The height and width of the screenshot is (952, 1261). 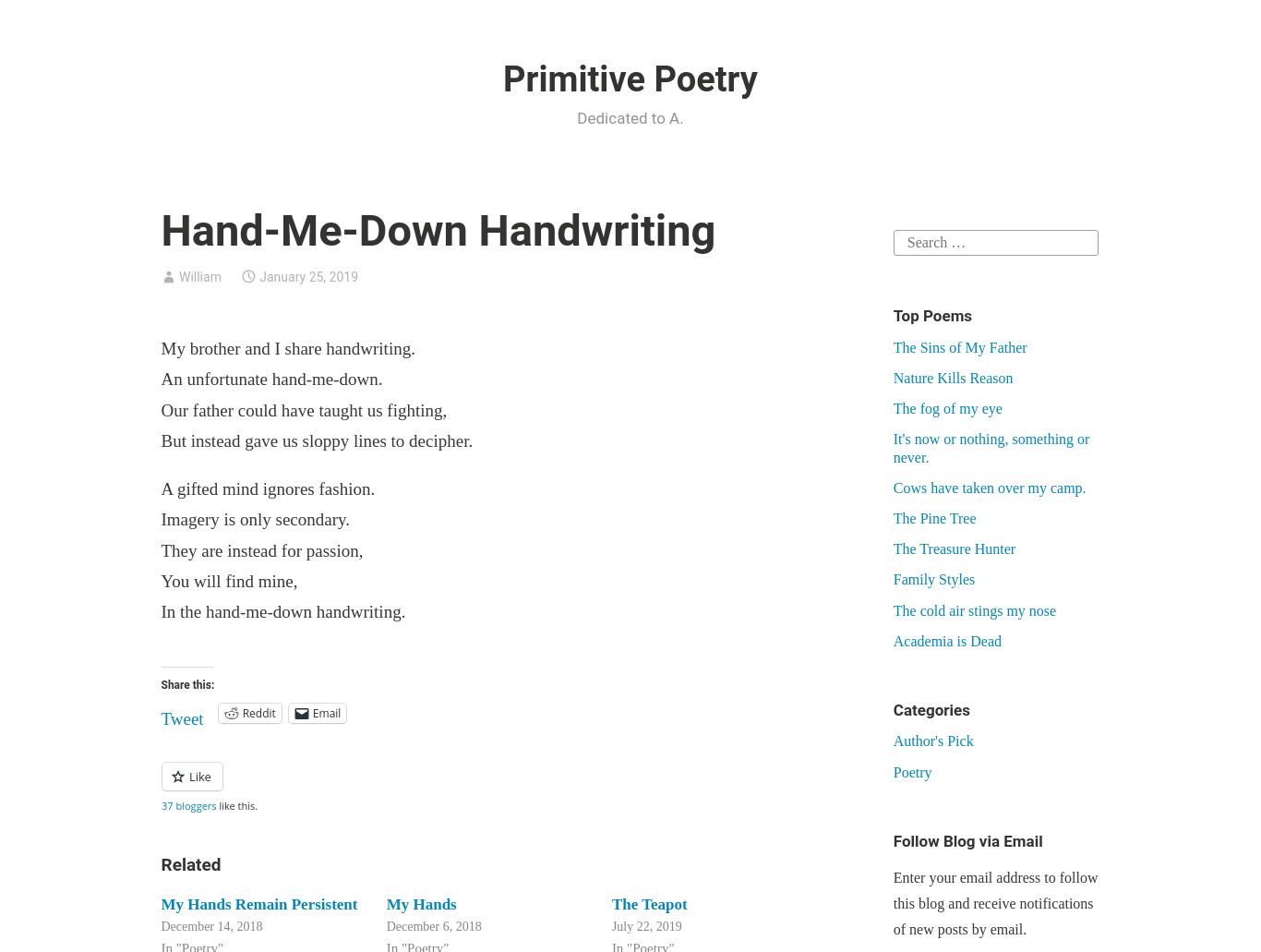 What do you see at coordinates (933, 579) in the screenshot?
I see `'Family Styles'` at bounding box center [933, 579].